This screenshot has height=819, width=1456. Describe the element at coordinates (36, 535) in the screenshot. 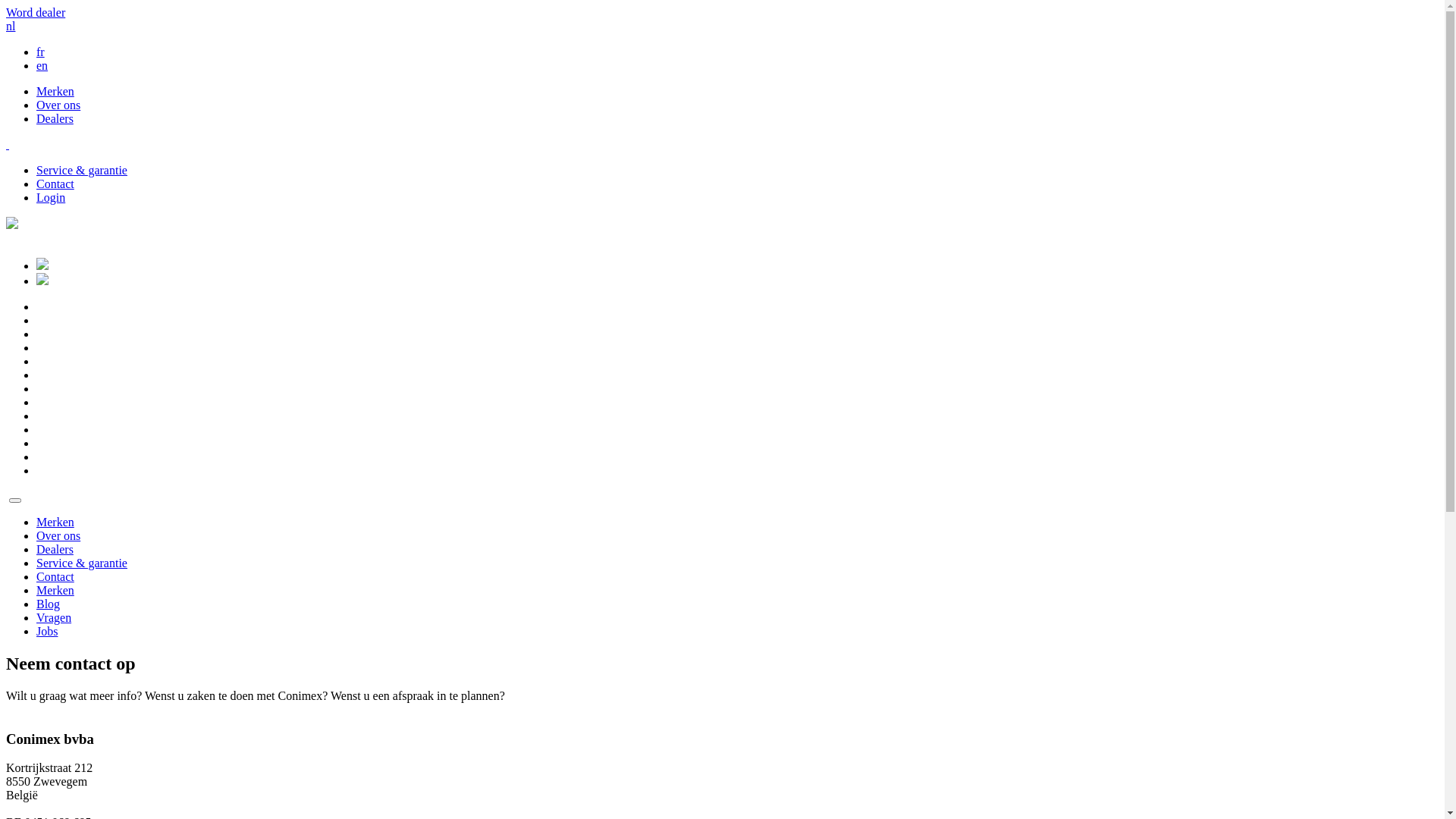

I see `'Over ons'` at that location.